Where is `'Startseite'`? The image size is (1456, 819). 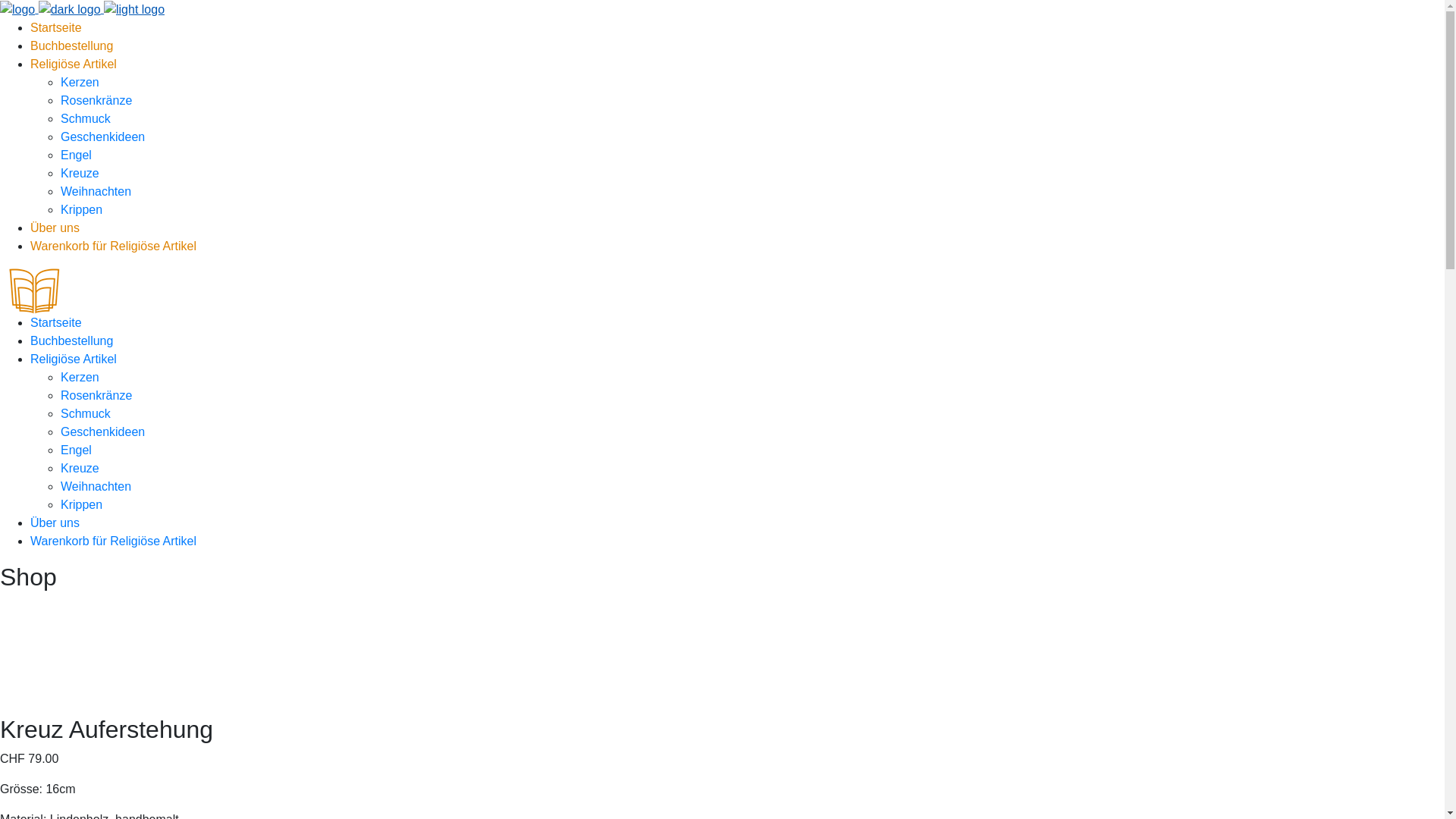
'Startseite' is located at coordinates (55, 322).